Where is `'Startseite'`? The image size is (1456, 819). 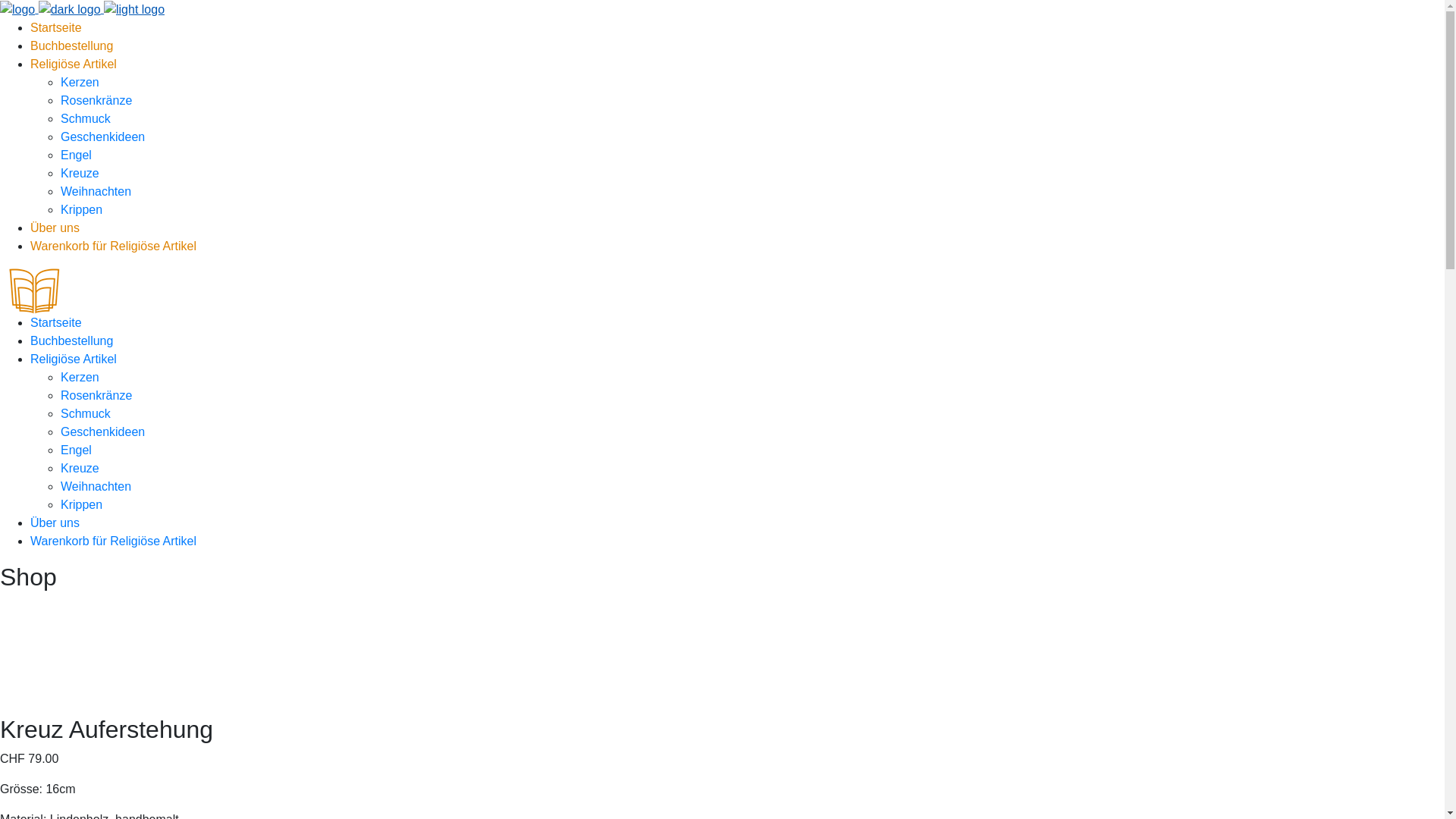
'Startseite' is located at coordinates (55, 322).